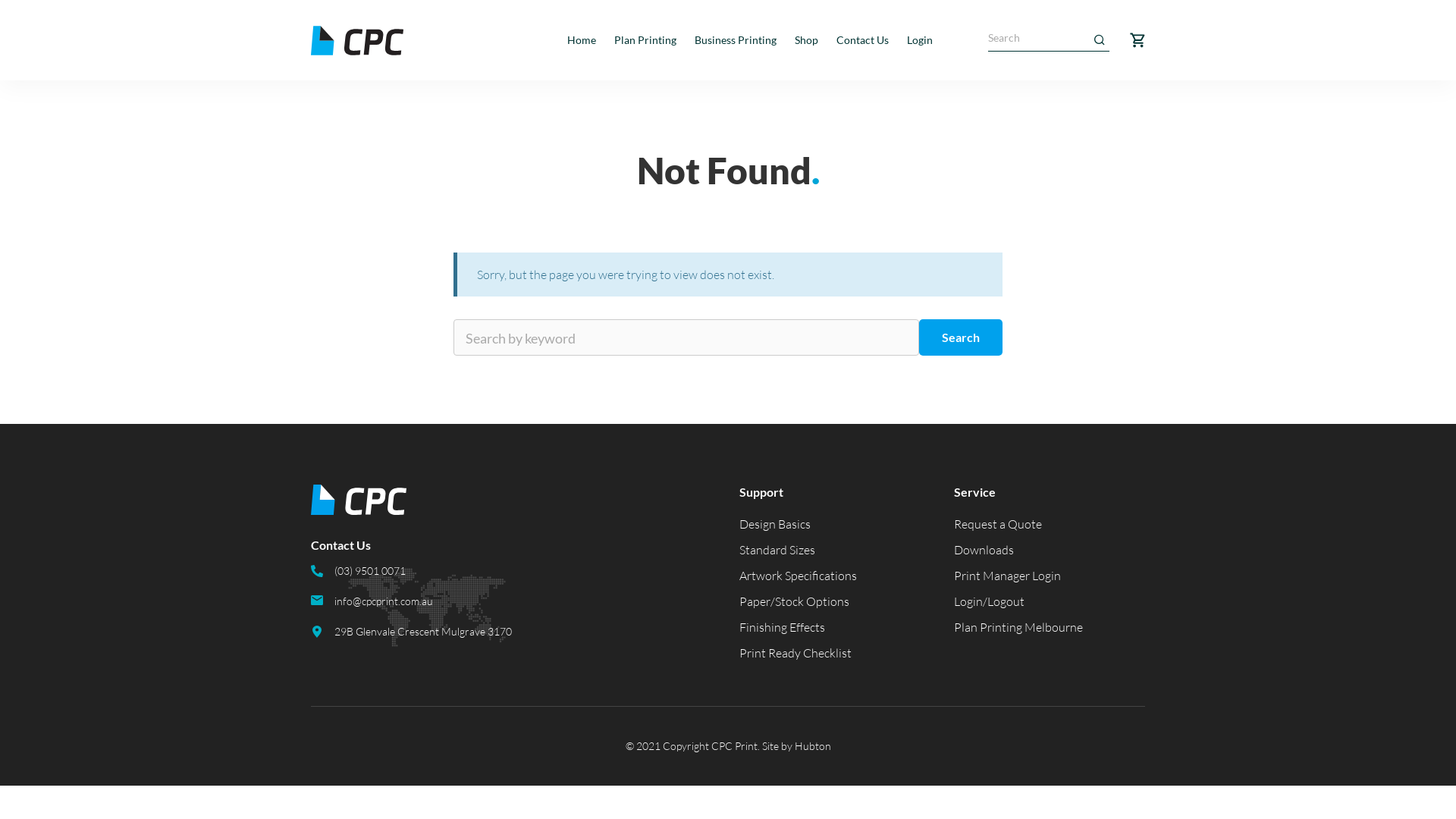  What do you see at coordinates (952, 550) in the screenshot?
I see `'Downloads'` at bounding box center [952, 550].